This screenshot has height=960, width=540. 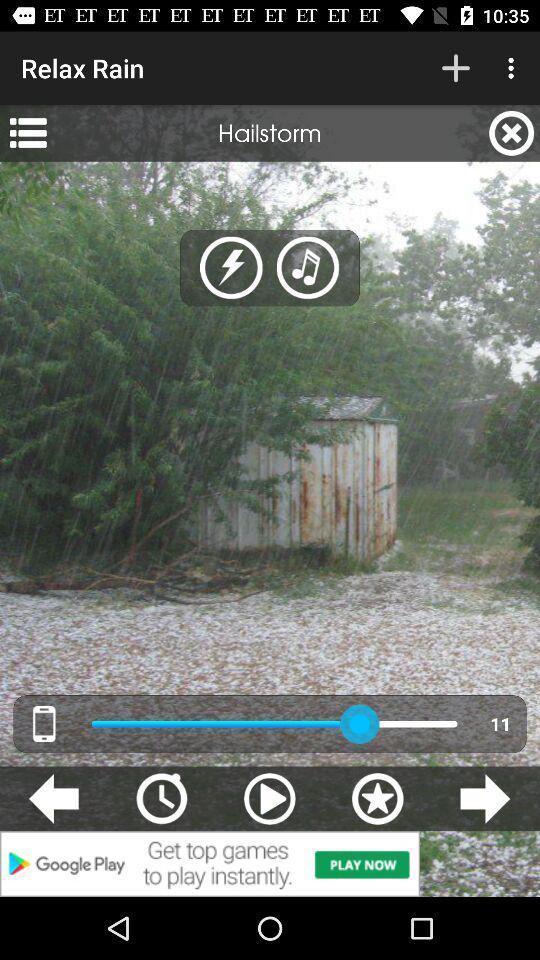 I want to click on the app next to hailstorm app, so click(x=27, y=132).